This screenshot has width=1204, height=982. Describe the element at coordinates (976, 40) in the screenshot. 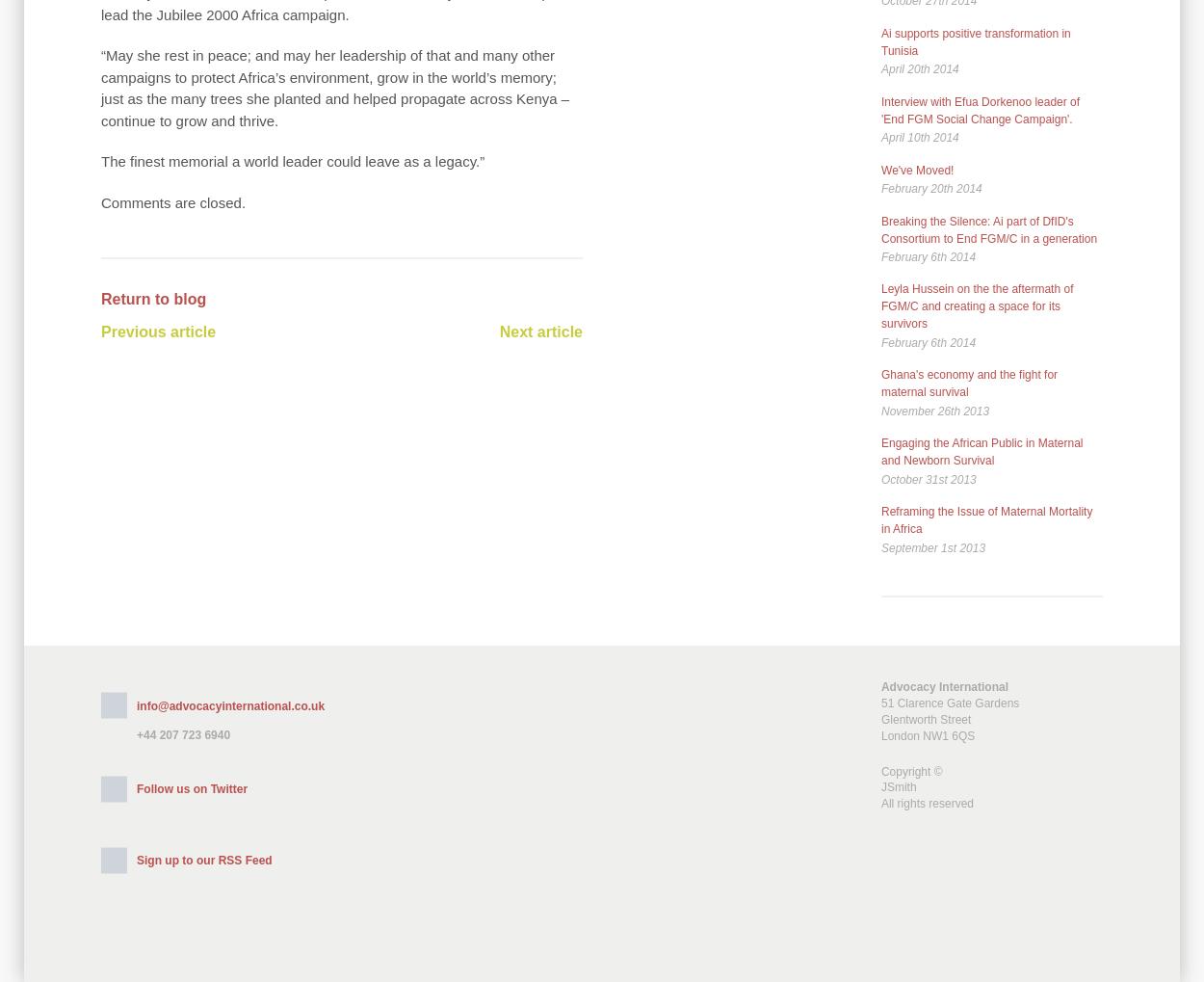

I see `'Ai supports positive transformation in Tunisia'` at that location.